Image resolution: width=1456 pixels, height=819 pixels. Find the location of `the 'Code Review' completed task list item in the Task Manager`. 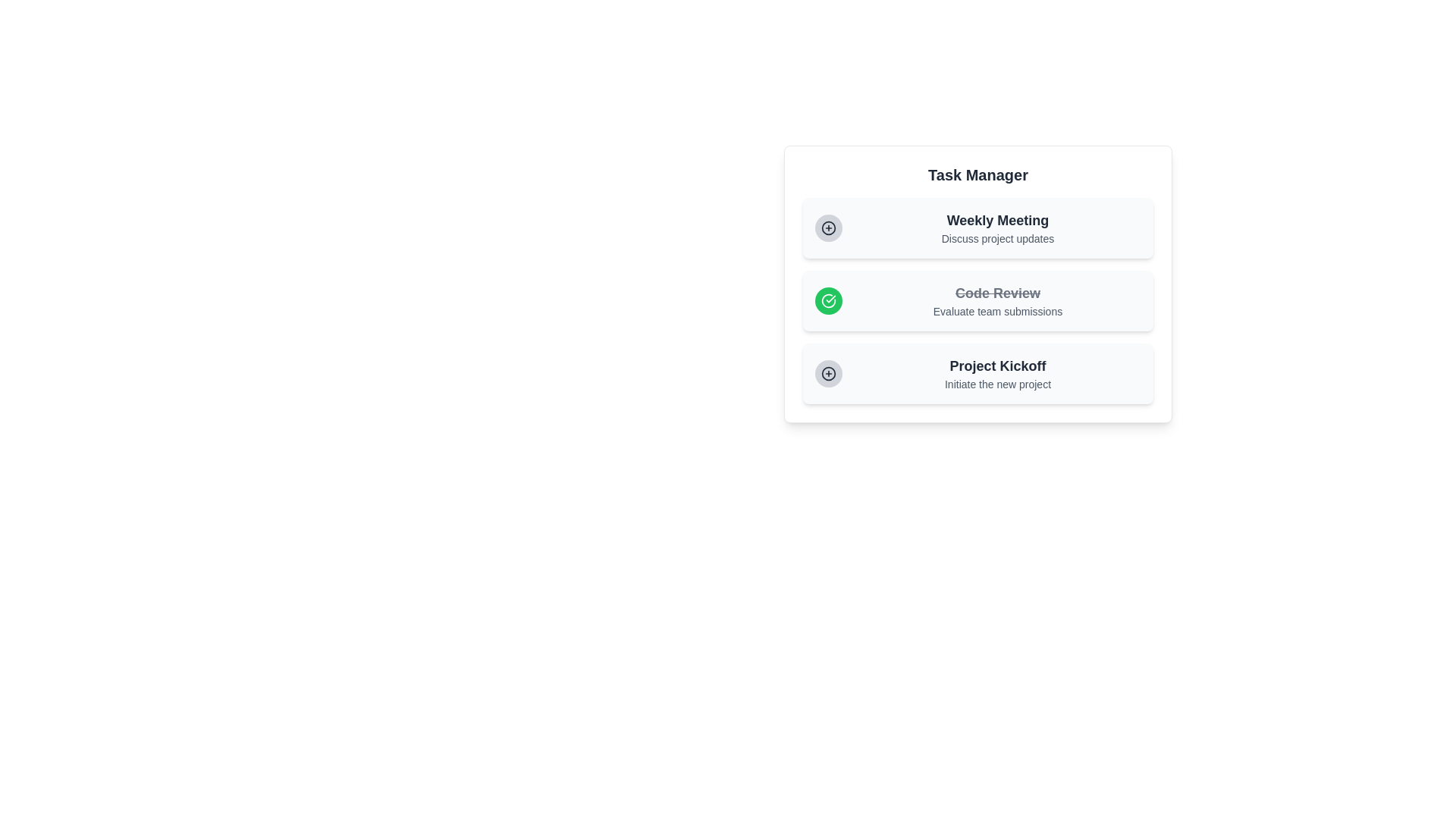

the 'Code Review' completed task list item in the Task Manager is located at coordinates (978, 301).